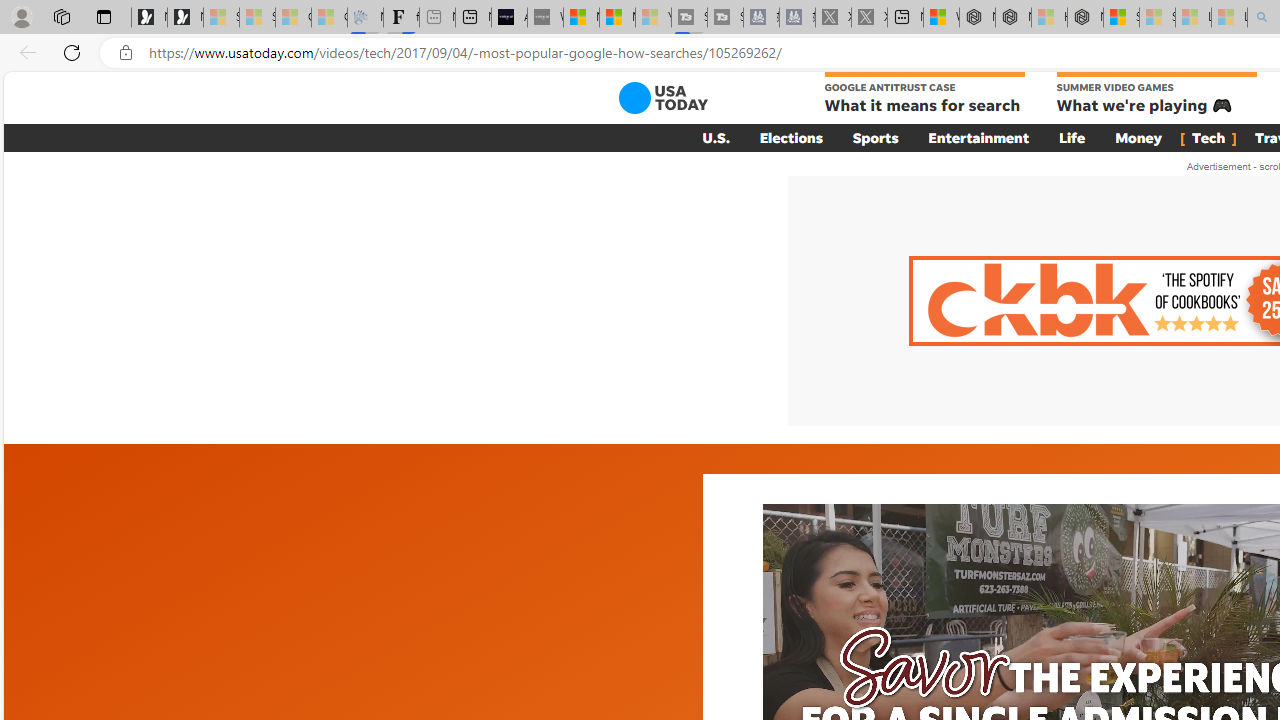 This screenshot has width=1280, height=720. What do you see at coordinates (978, 136) in the screenshot?
I see `'Entertainment'` at bounding box center [978, 136].